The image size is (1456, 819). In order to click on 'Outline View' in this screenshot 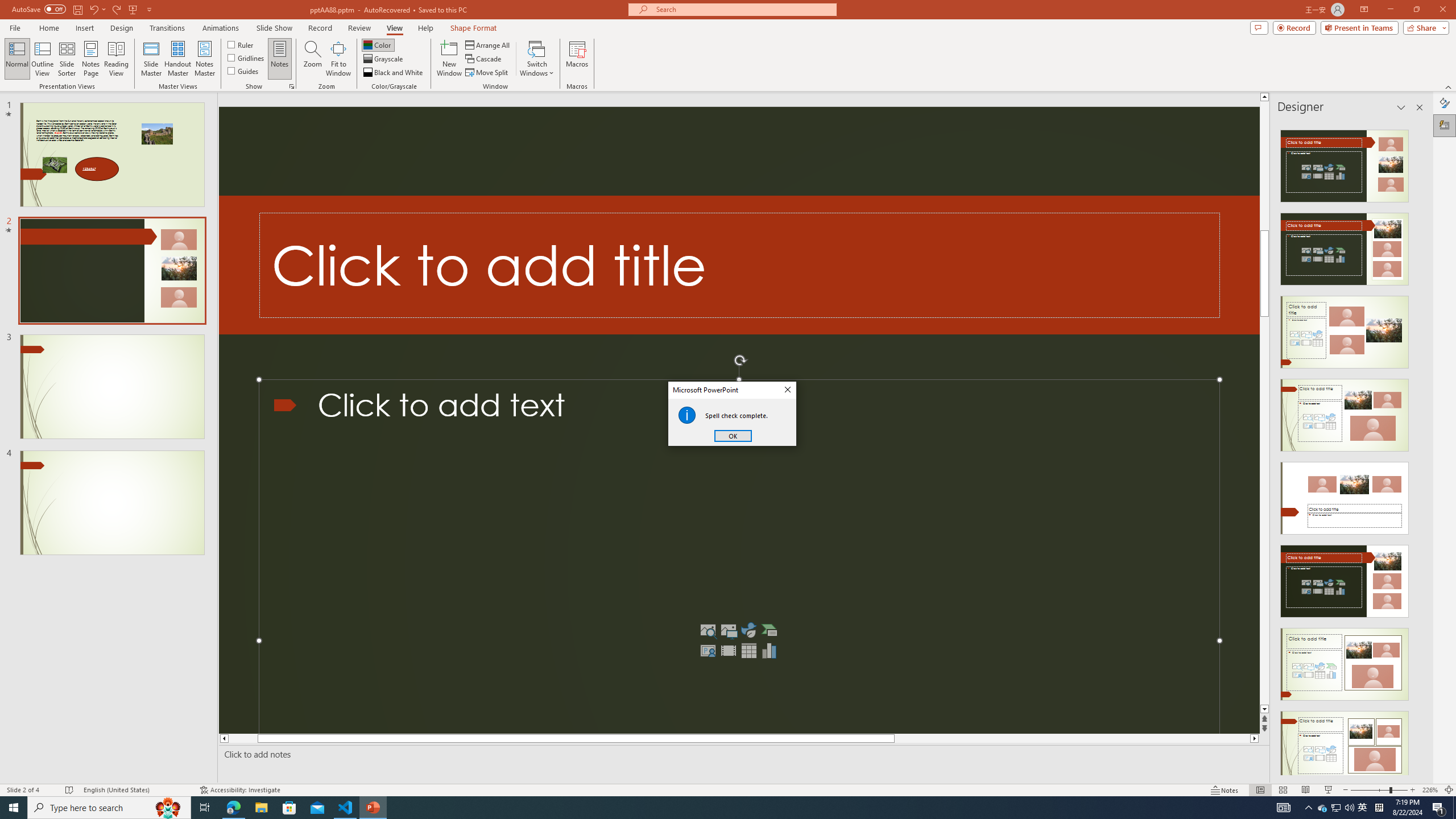, I will do `click(42, 59)`.